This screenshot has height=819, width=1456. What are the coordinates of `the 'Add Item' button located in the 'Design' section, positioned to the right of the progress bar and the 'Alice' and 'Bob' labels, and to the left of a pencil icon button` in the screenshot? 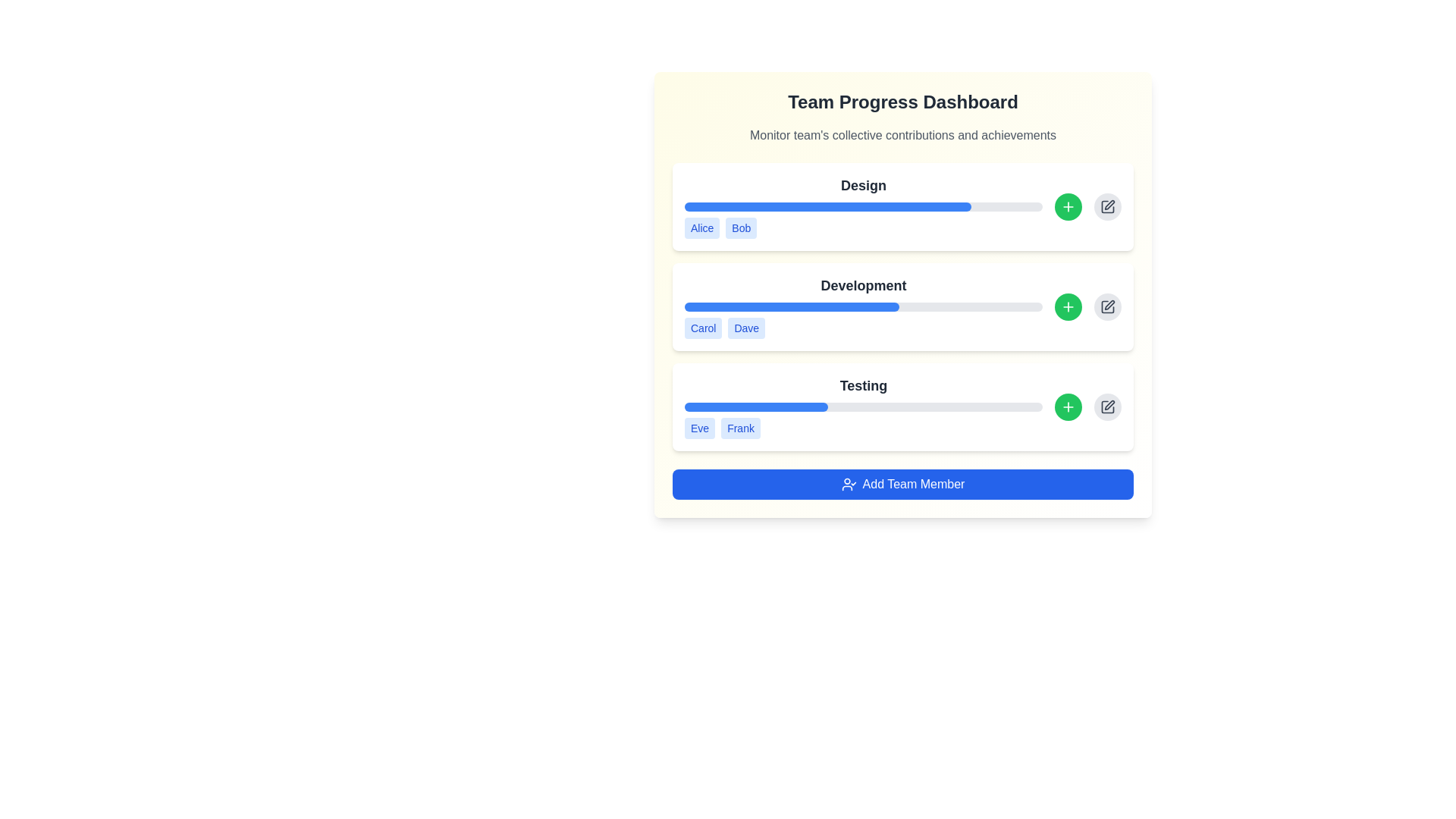 It's located at (1068, 207).